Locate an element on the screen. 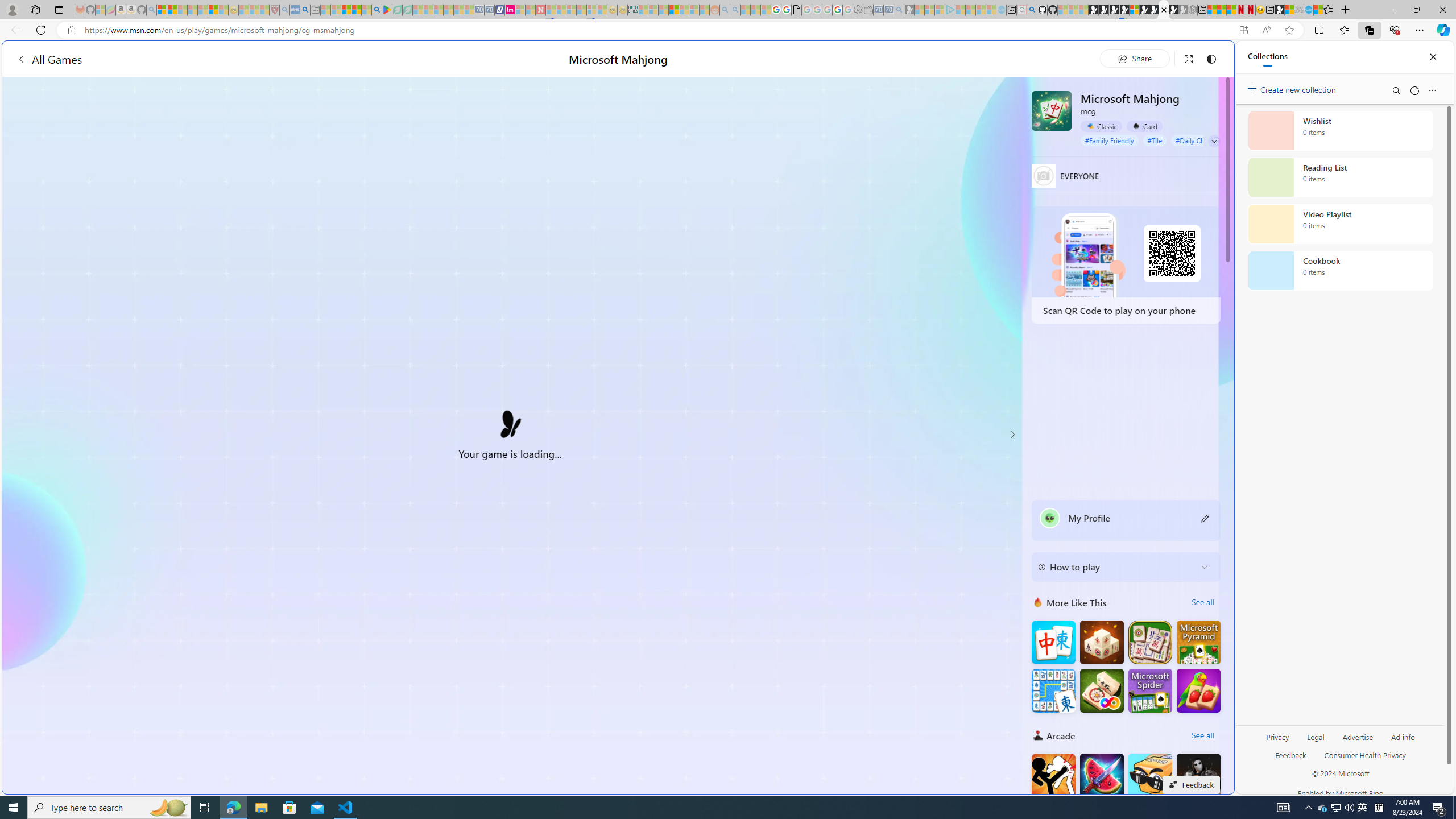 The height and width of the screenshot is (819, 1456). 'See all' is located at coordinates (1202, 735).